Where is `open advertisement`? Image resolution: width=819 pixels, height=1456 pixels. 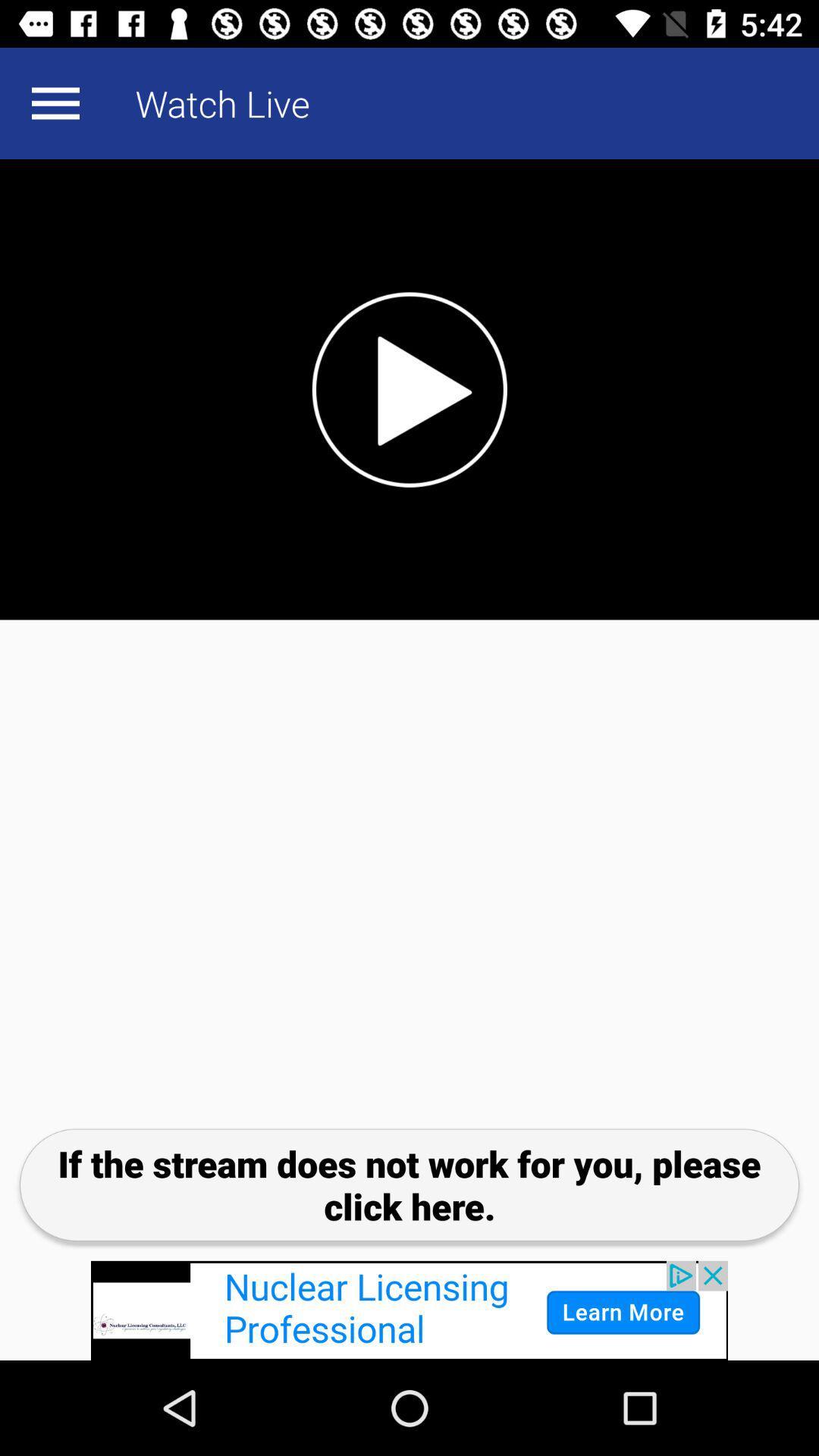 open advertisement is located at coordinates (409, 1310).